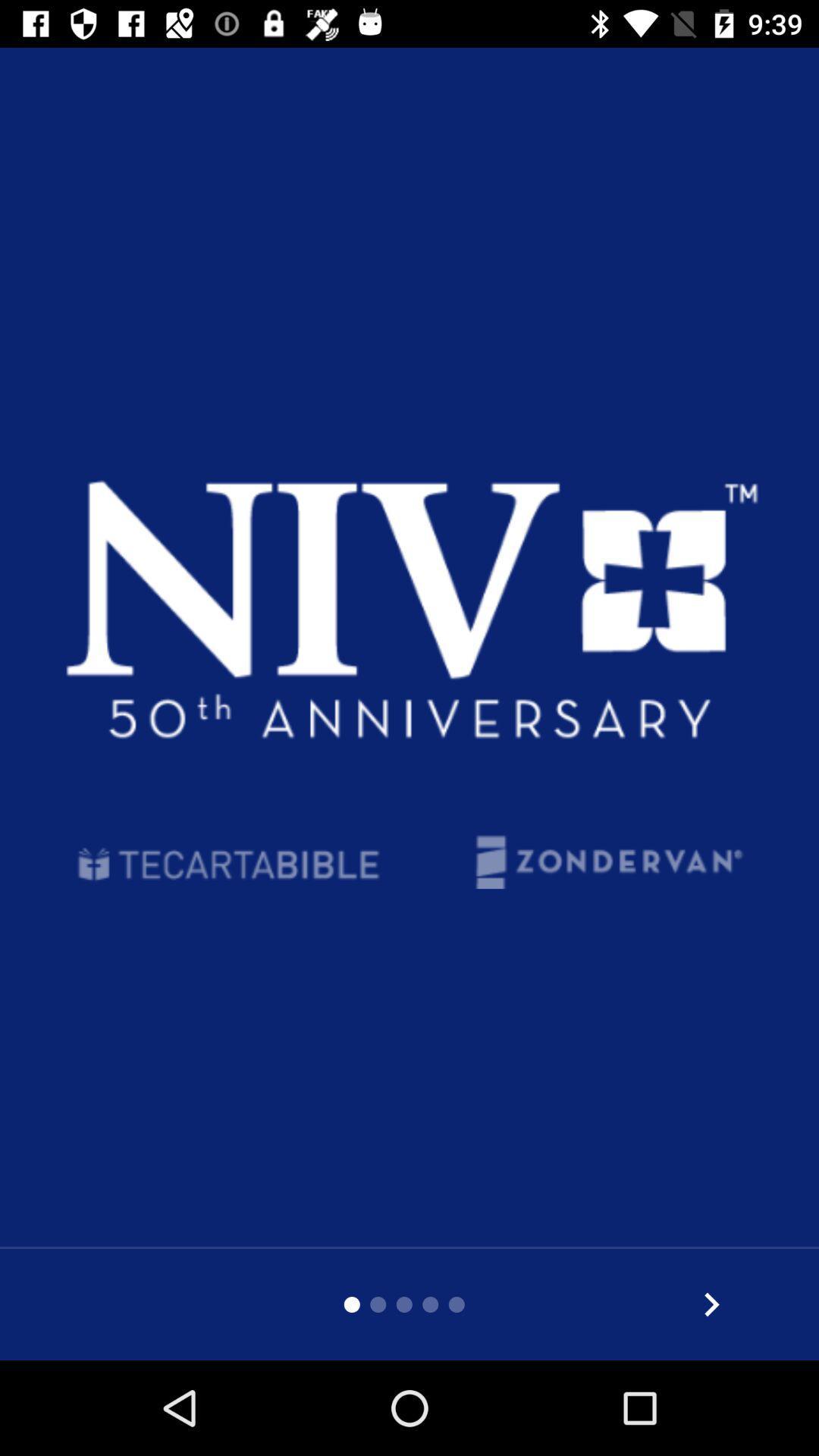 This screenshot has width=819, height=1456. I want to click on turn the page, so click(711, 1304).